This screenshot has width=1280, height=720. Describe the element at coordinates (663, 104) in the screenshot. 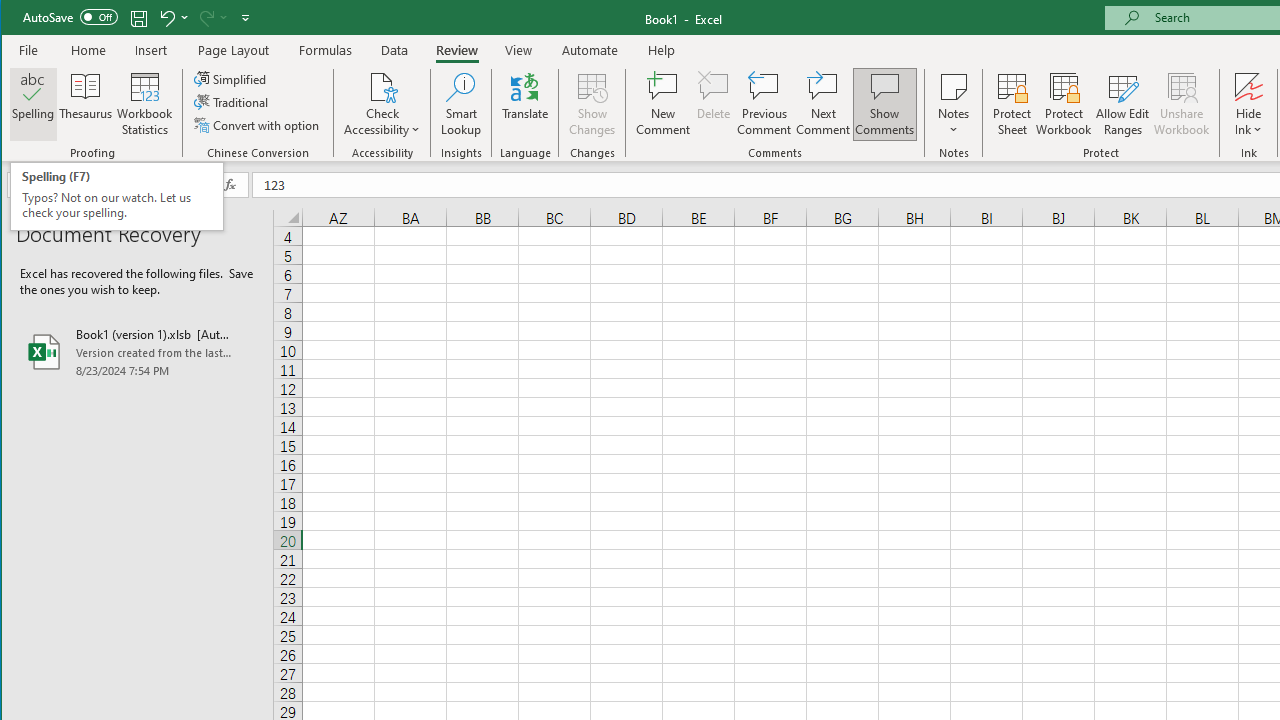

I see `'New Comment'` at that location.